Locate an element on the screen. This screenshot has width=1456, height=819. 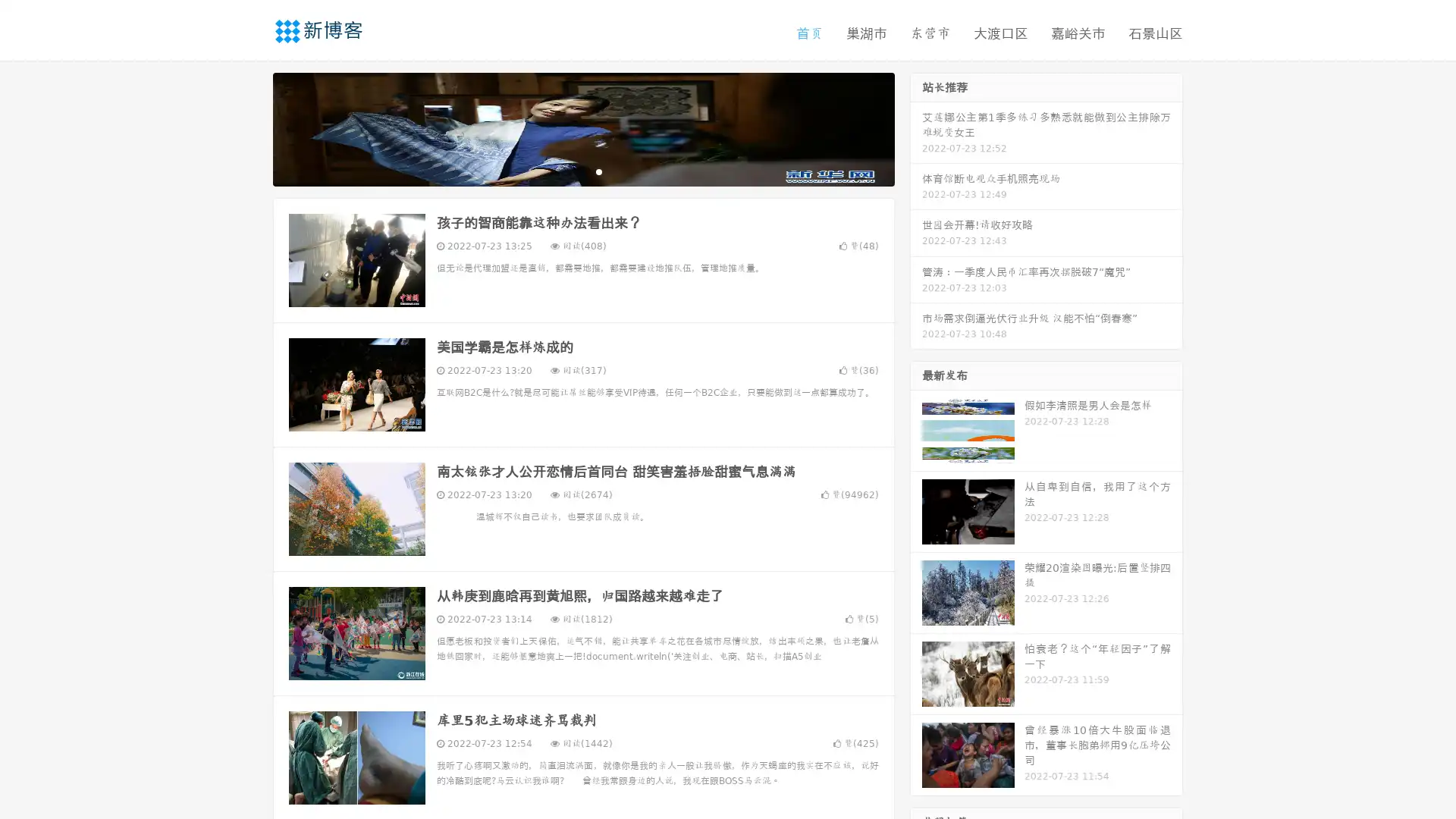
Go to slide 3 is located at coordinates (598, 171).